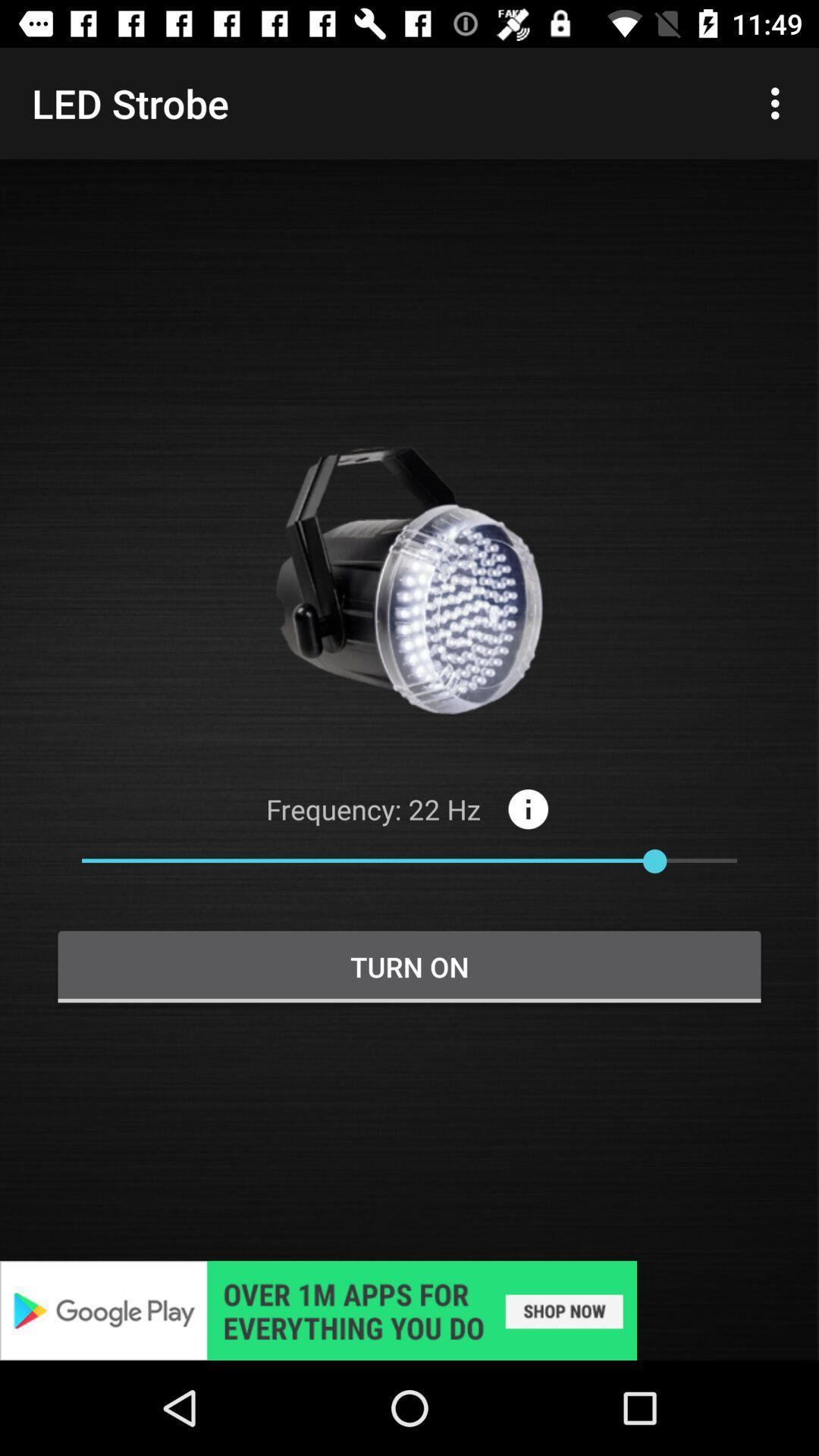  I want to click on visit advertiser, so click(409, 1310).